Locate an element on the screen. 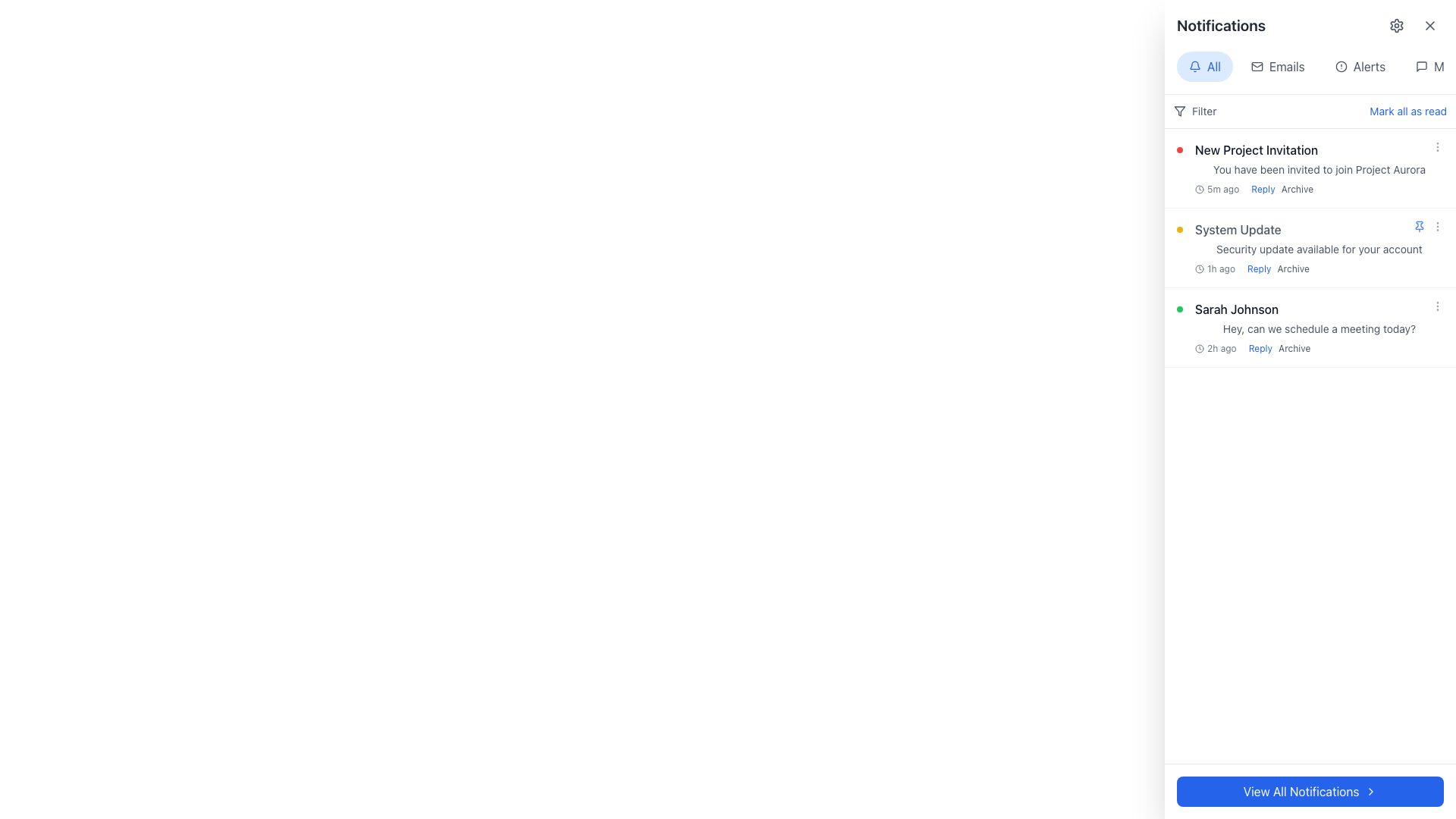 Image resolution: width=1456 pixels, height=819 pixels. the visual design of the triangle-shaped graphical icon styled as an outline located in the notification section's navigation bar, positioned near the 'Mark all as read' link is located at coordinates (1178, 110).